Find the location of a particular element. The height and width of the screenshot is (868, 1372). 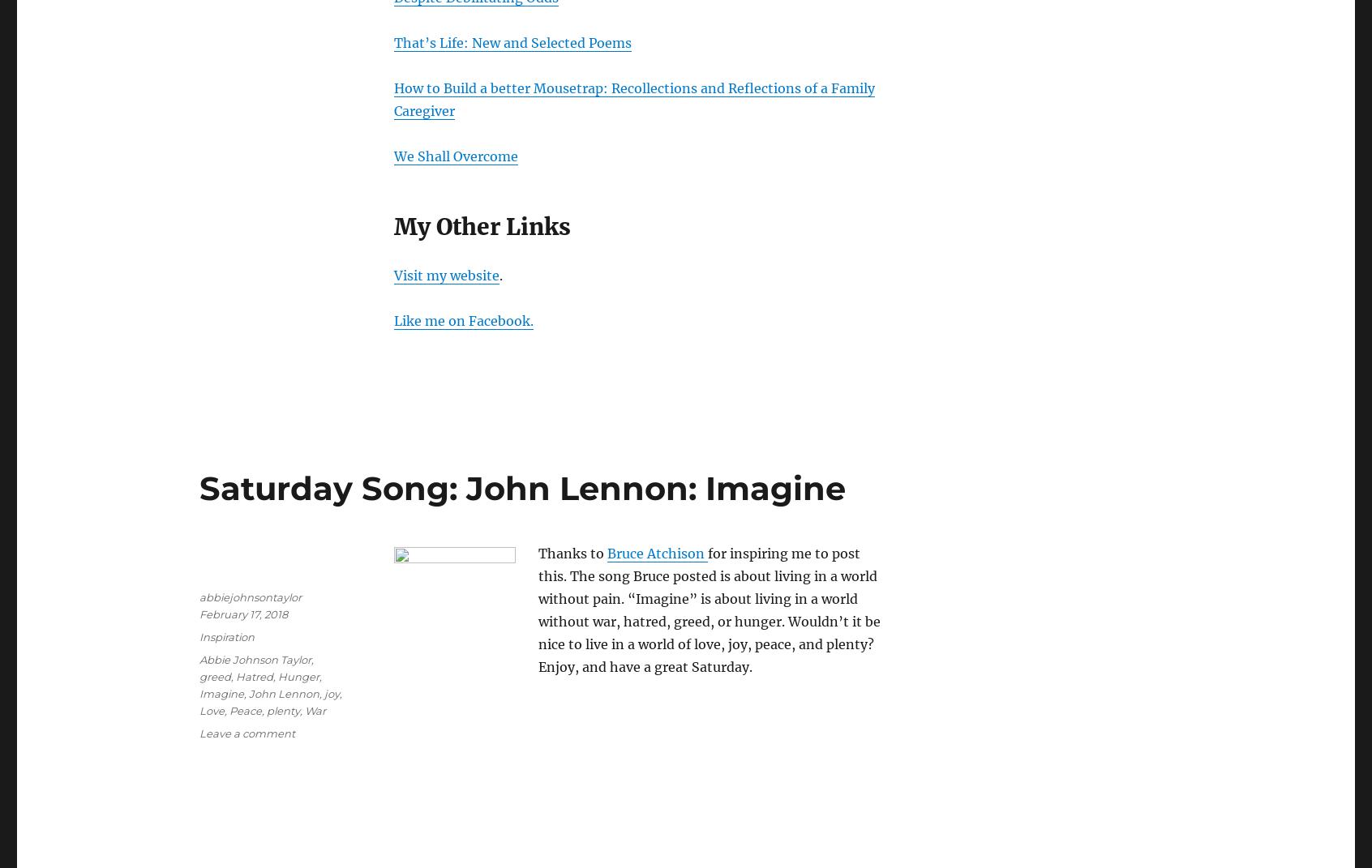

'Thanks to' is located at coordinates (572, 552).